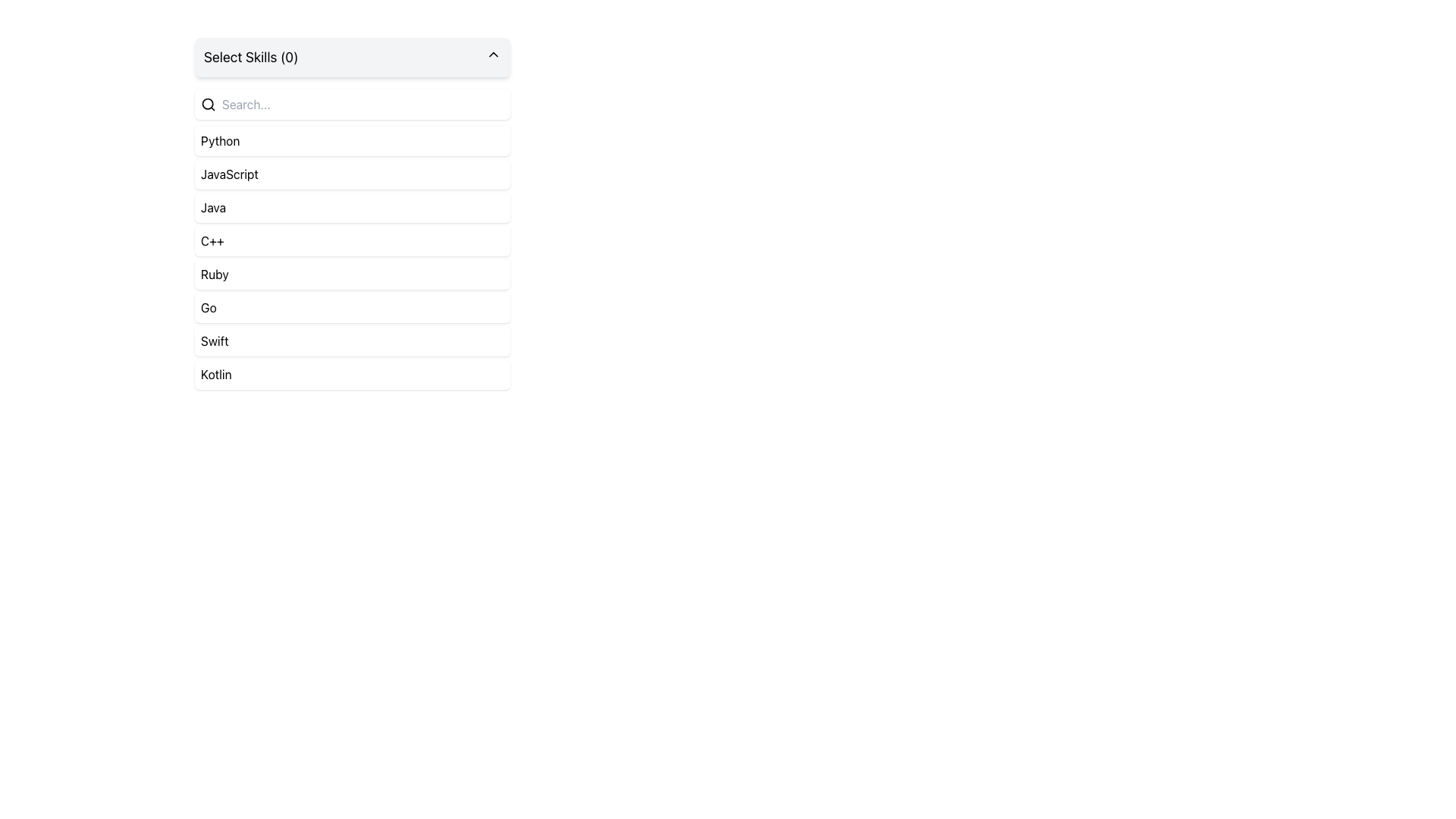 The width and height of the screenshot is (1456, 819). I want to click on the 'Go' button located in the sixth position of the vertically stacked list within the 'Select Skills (0)' dropdown menu, situated between the 'Ruby' and 'Swift' buttons, so click(352, 307).